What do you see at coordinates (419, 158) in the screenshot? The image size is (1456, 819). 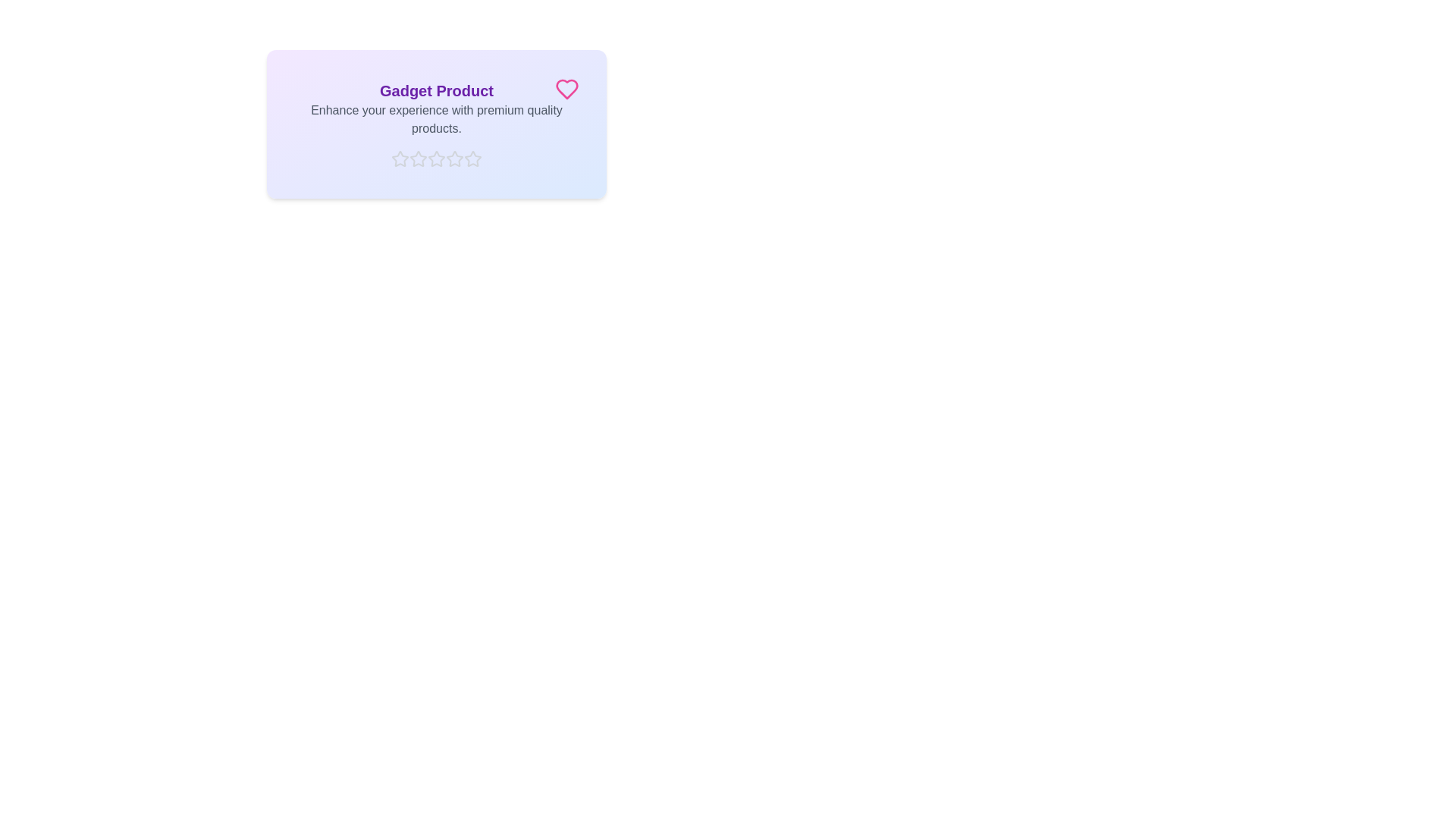 I see `the star corresponding to the rating 2` at bounding box center [419, 158].